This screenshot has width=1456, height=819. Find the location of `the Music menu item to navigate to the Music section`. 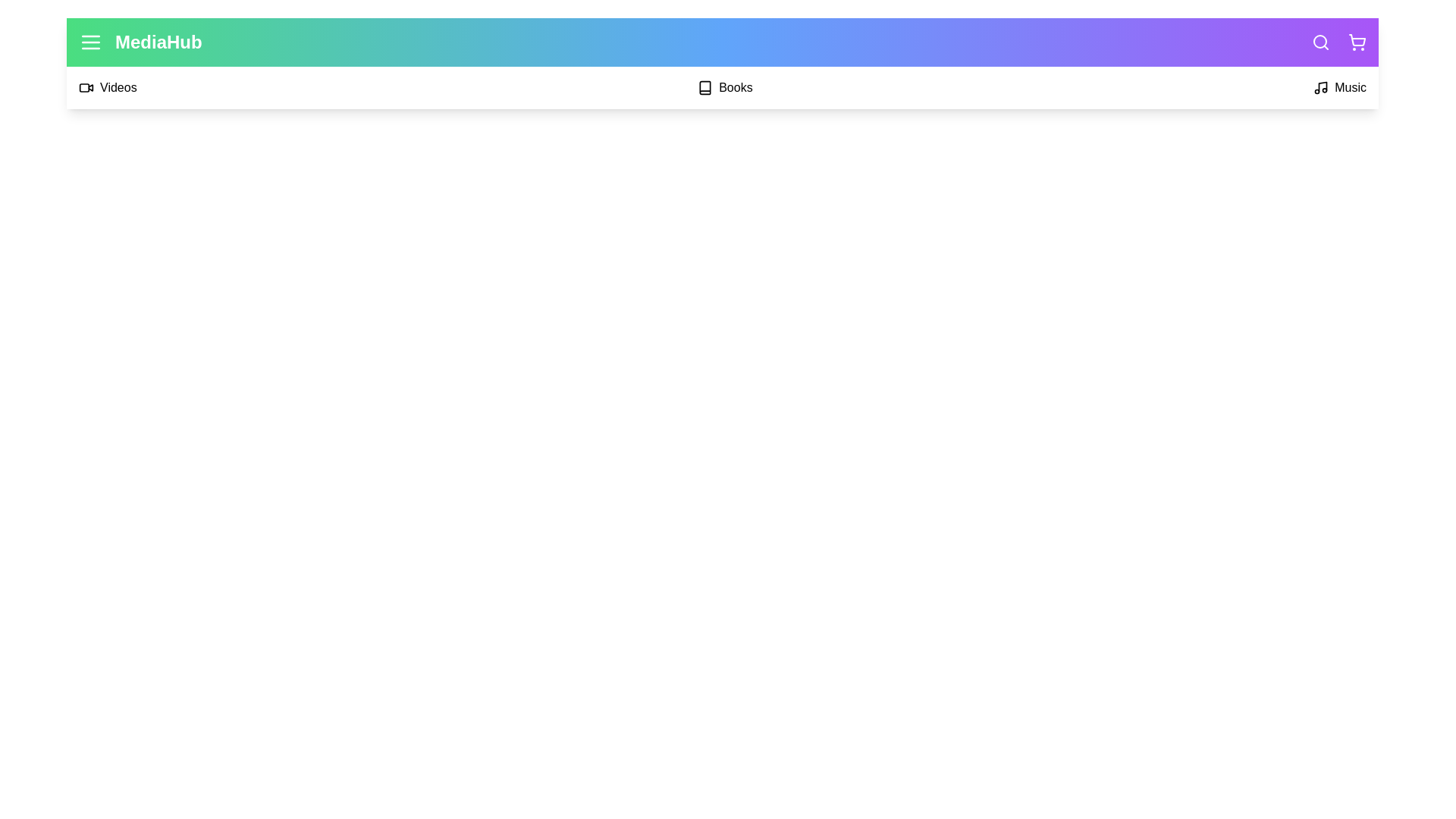

the Music menu item to navigate to the Music section is located at coordinates (1339, 87).